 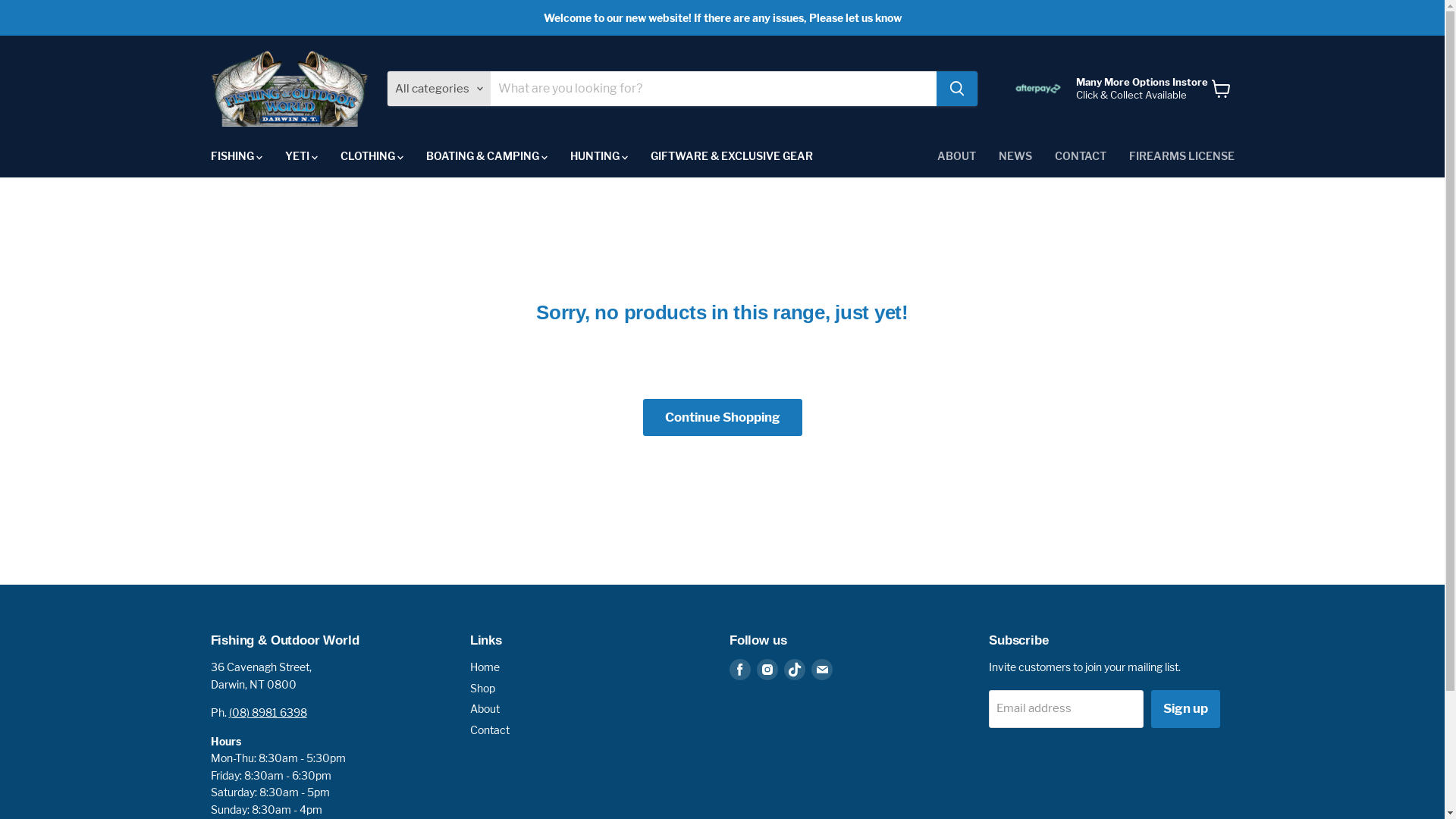 What do you see at coordinates (484, 666) in the screenshot?
I see `'Home'` at bounding box center [484, 666].